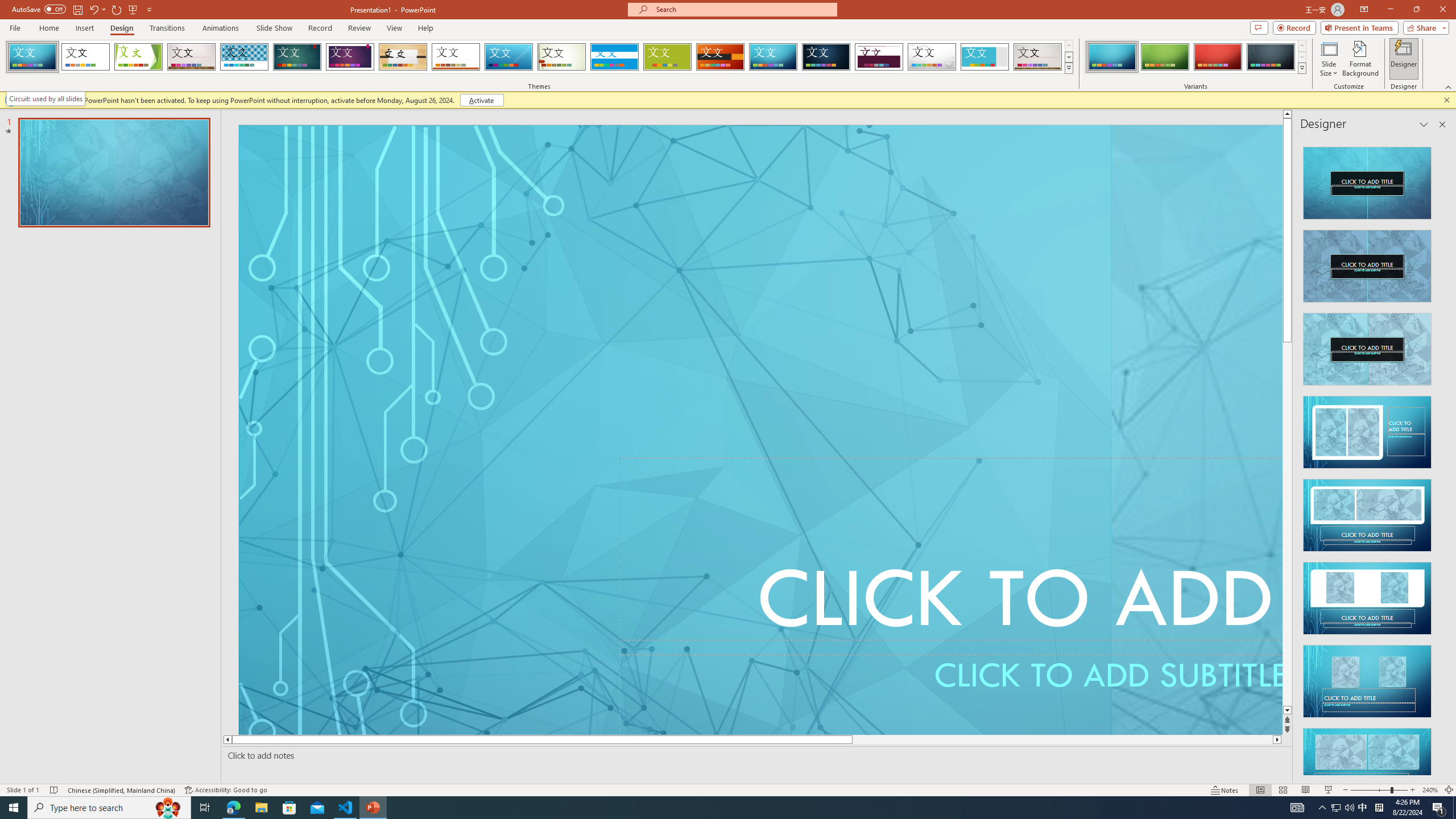  What do you see at coordinates (539, 56) in the screenshot?
I see `'AutomationID: SlideThemesGallery'` at bounding box center [539, 56].